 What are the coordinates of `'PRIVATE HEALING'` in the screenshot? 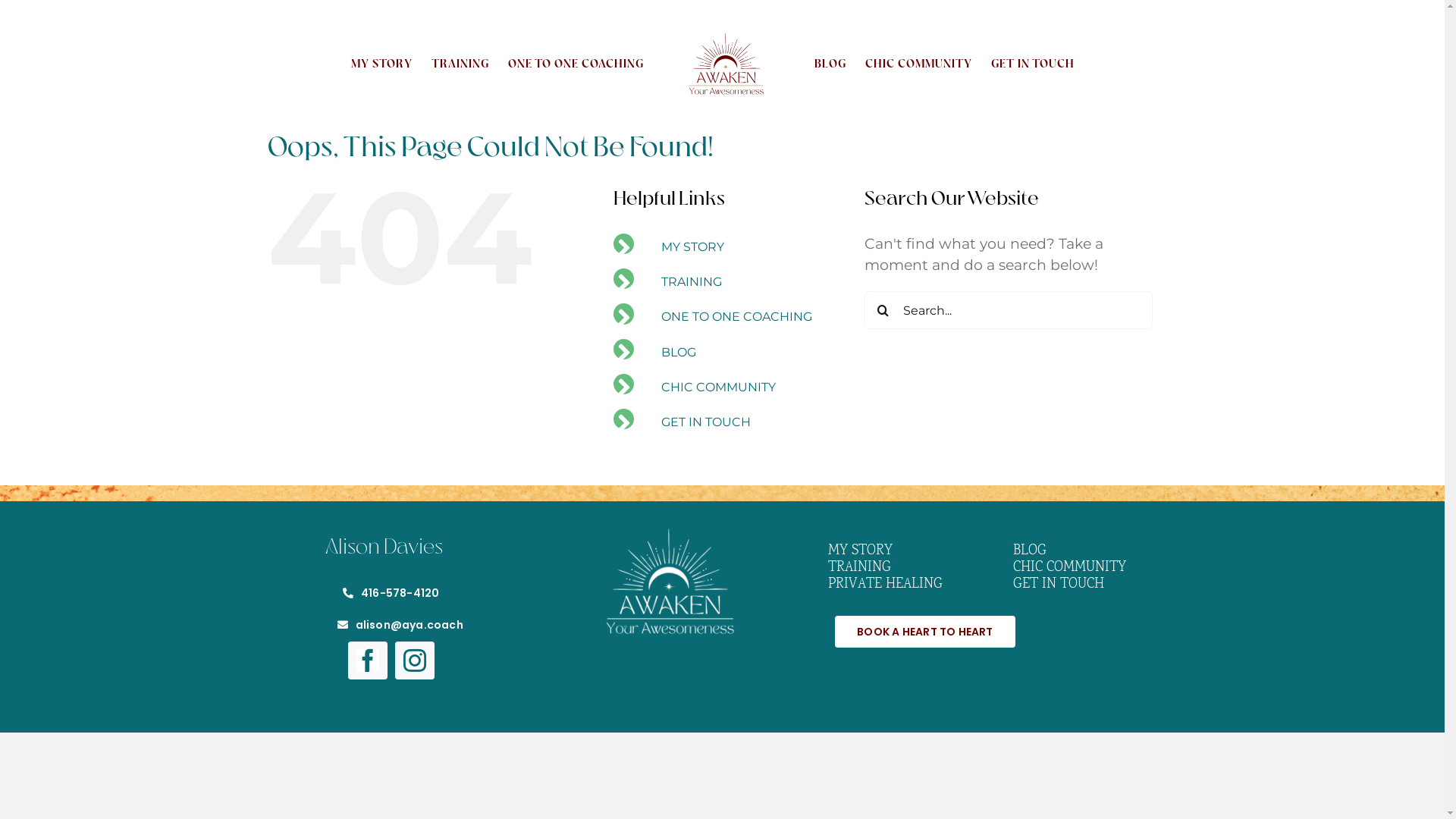 It's located at (916, 584).